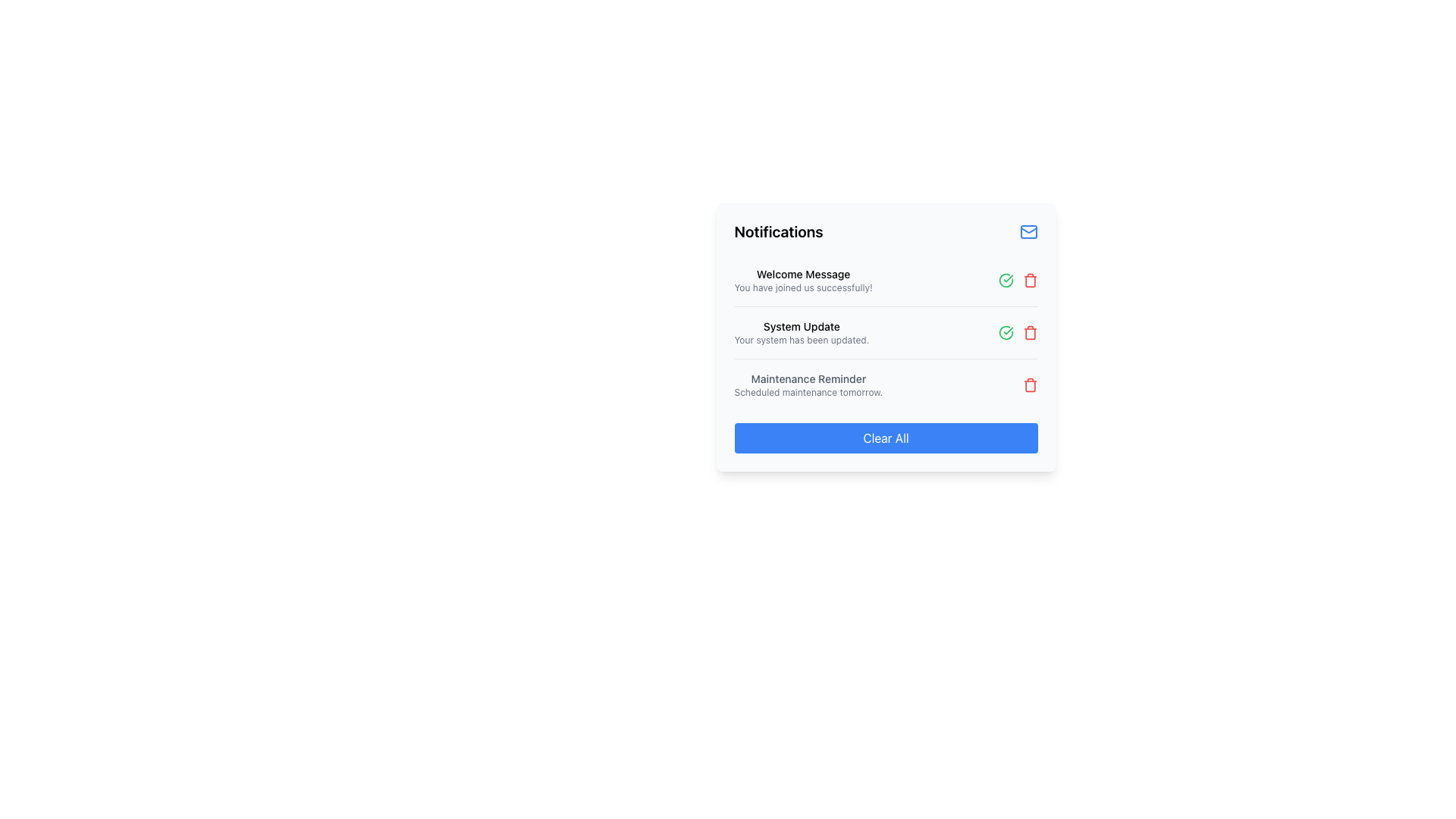 The image size is (1456, 819). Describe the element at coordinates (801, 326) in the screenshot. I see `the Text label that serves as the heading for the system update notification, positioned between the 'Welcome Message' and 'Maintenance Reminder'` at that location.